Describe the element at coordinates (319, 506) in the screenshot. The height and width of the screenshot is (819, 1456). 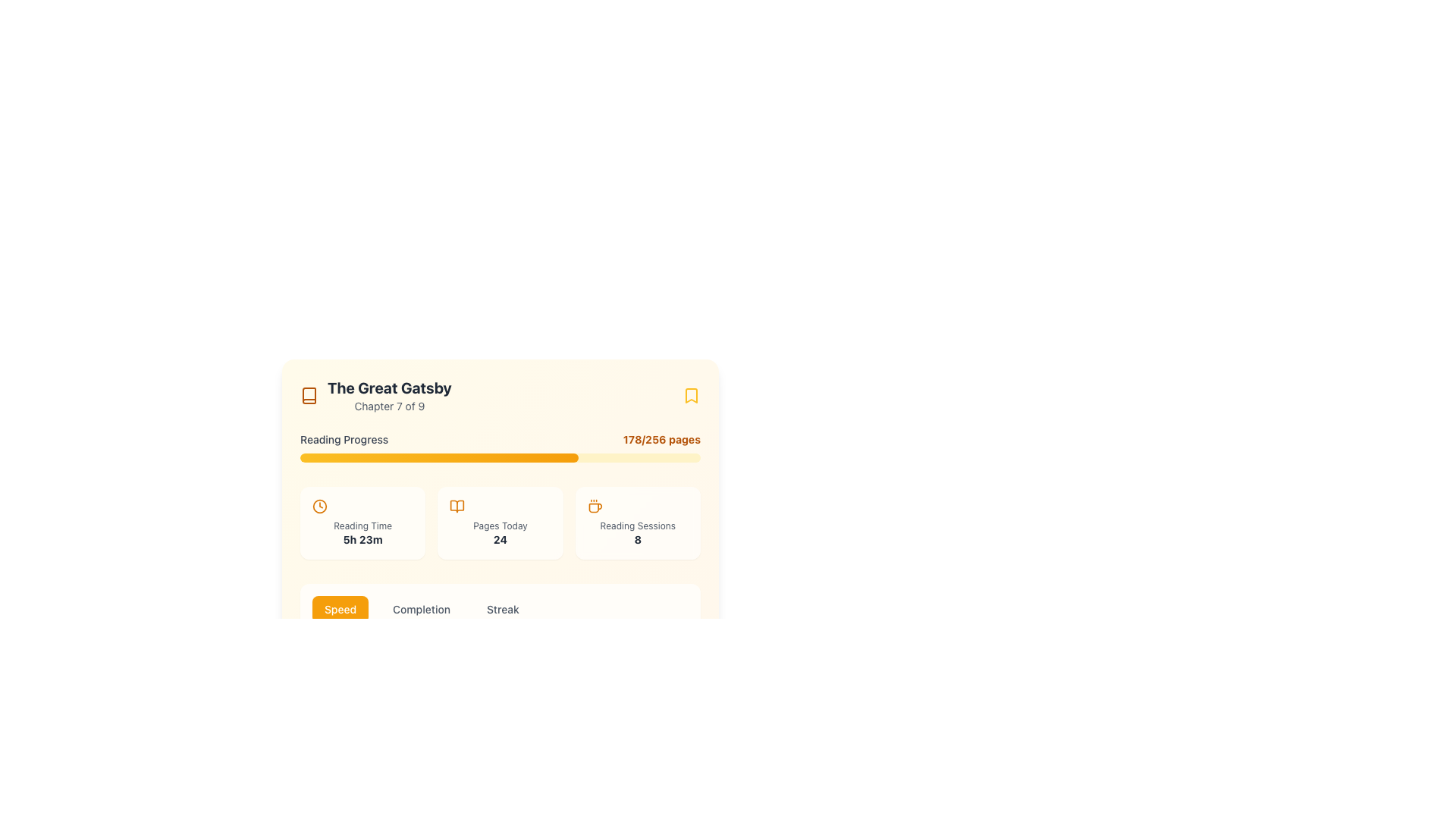
I see `the SVG Circle that represents the outer boundary of the clock icon within the 'Reading Time' card` at that location.